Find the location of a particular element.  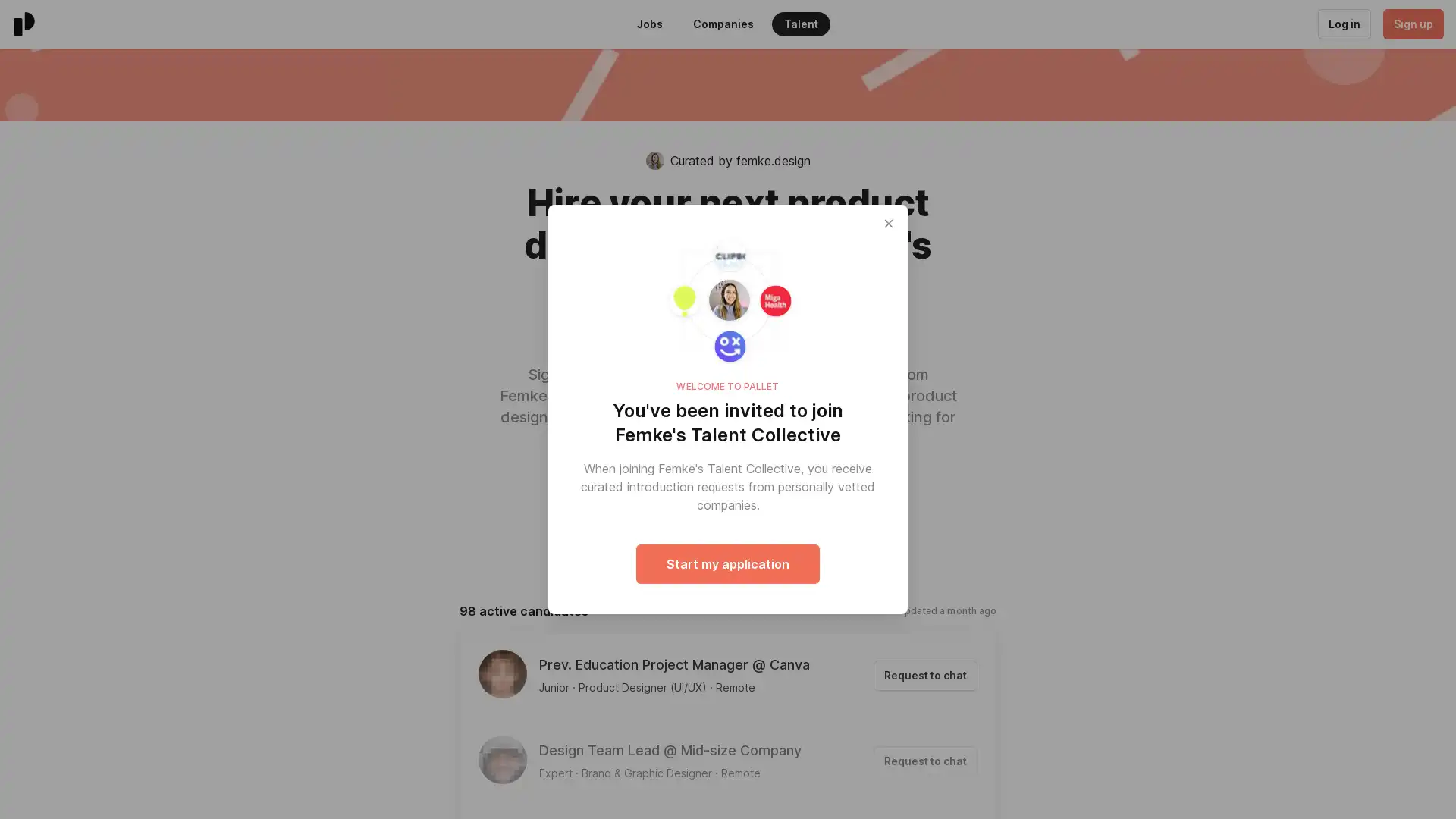

Request to chat is located at coordinates (924, 761).